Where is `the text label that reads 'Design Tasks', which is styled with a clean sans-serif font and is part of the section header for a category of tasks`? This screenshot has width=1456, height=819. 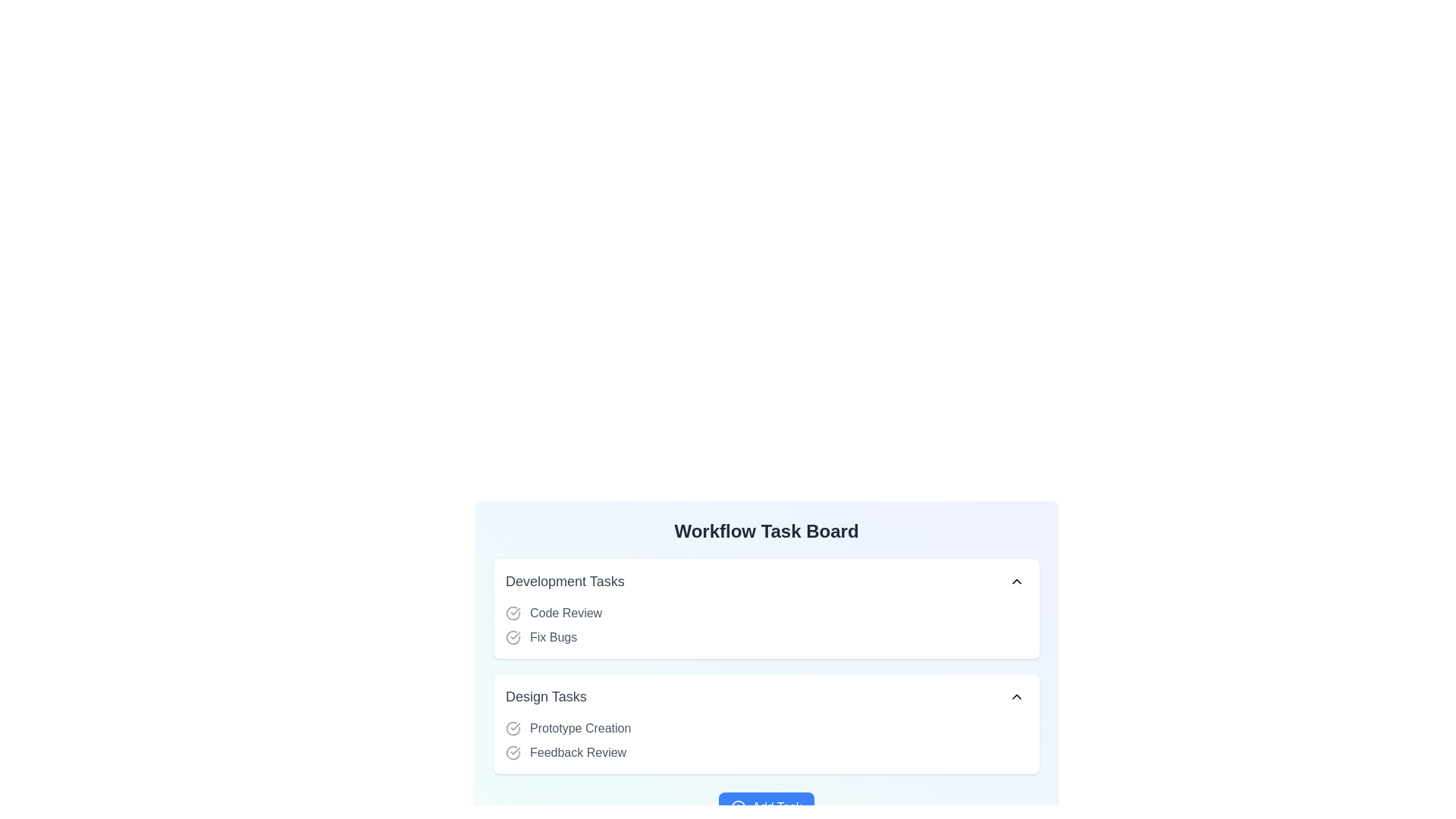 the text label that reads 'Design Tasks', which is styled with a clean sans-serif font and is part of the section header for a category of tasks is located at coordinates (546, 696).